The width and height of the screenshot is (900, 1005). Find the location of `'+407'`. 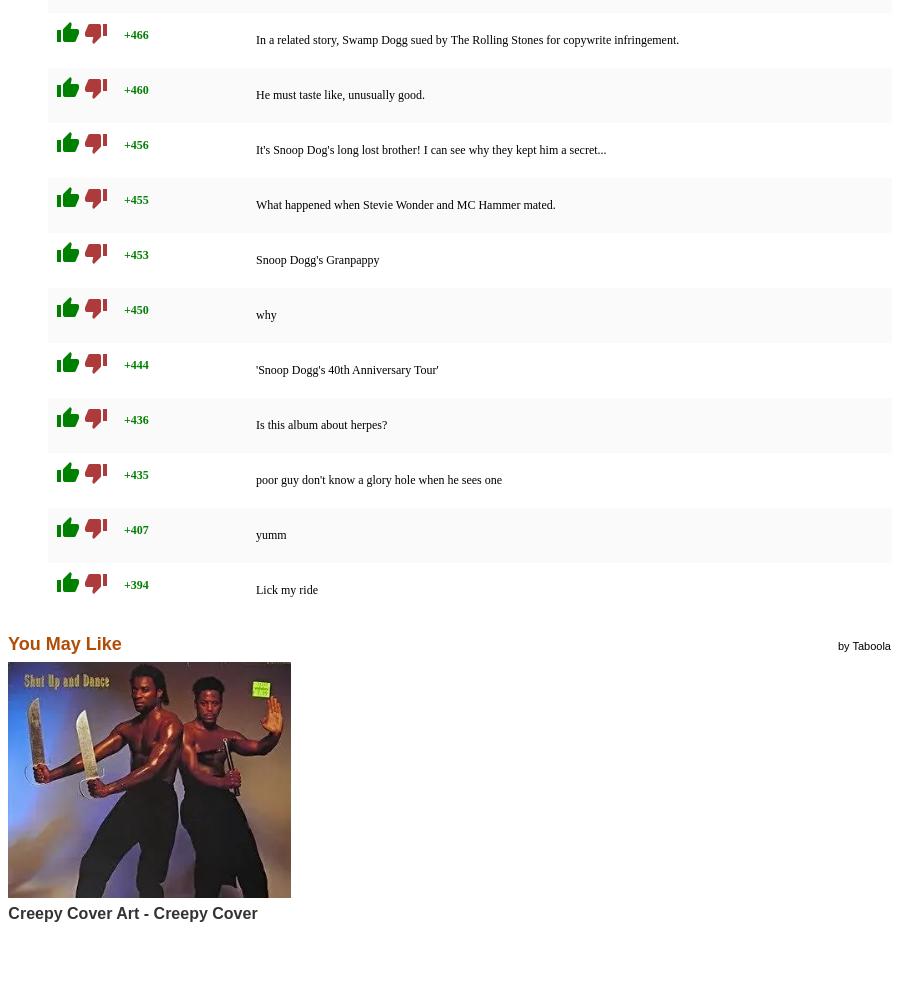

'+407' is located at coordinates (135, 528).